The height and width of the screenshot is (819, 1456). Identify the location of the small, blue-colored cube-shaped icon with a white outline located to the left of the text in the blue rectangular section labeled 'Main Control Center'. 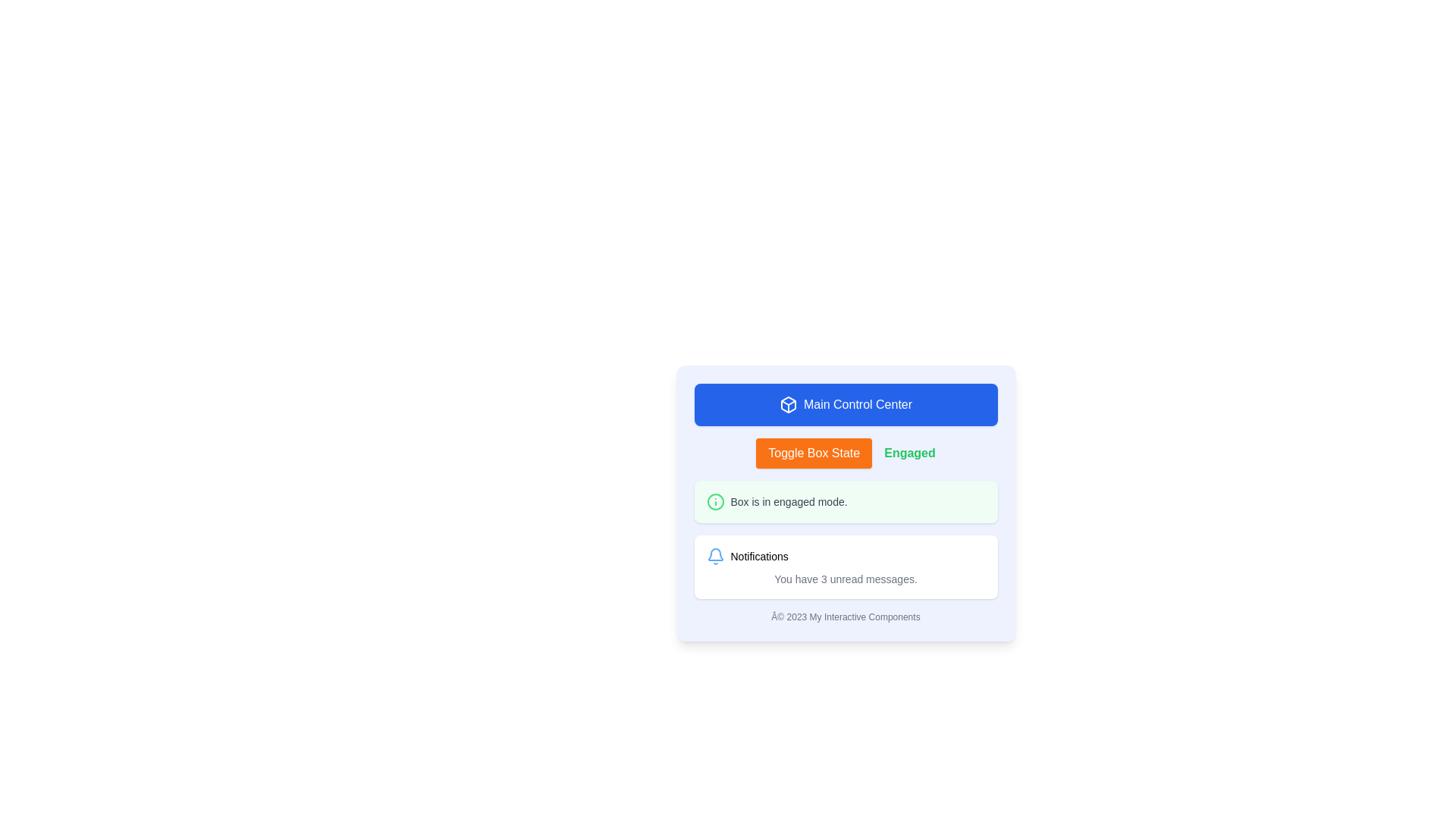
(788, 403).